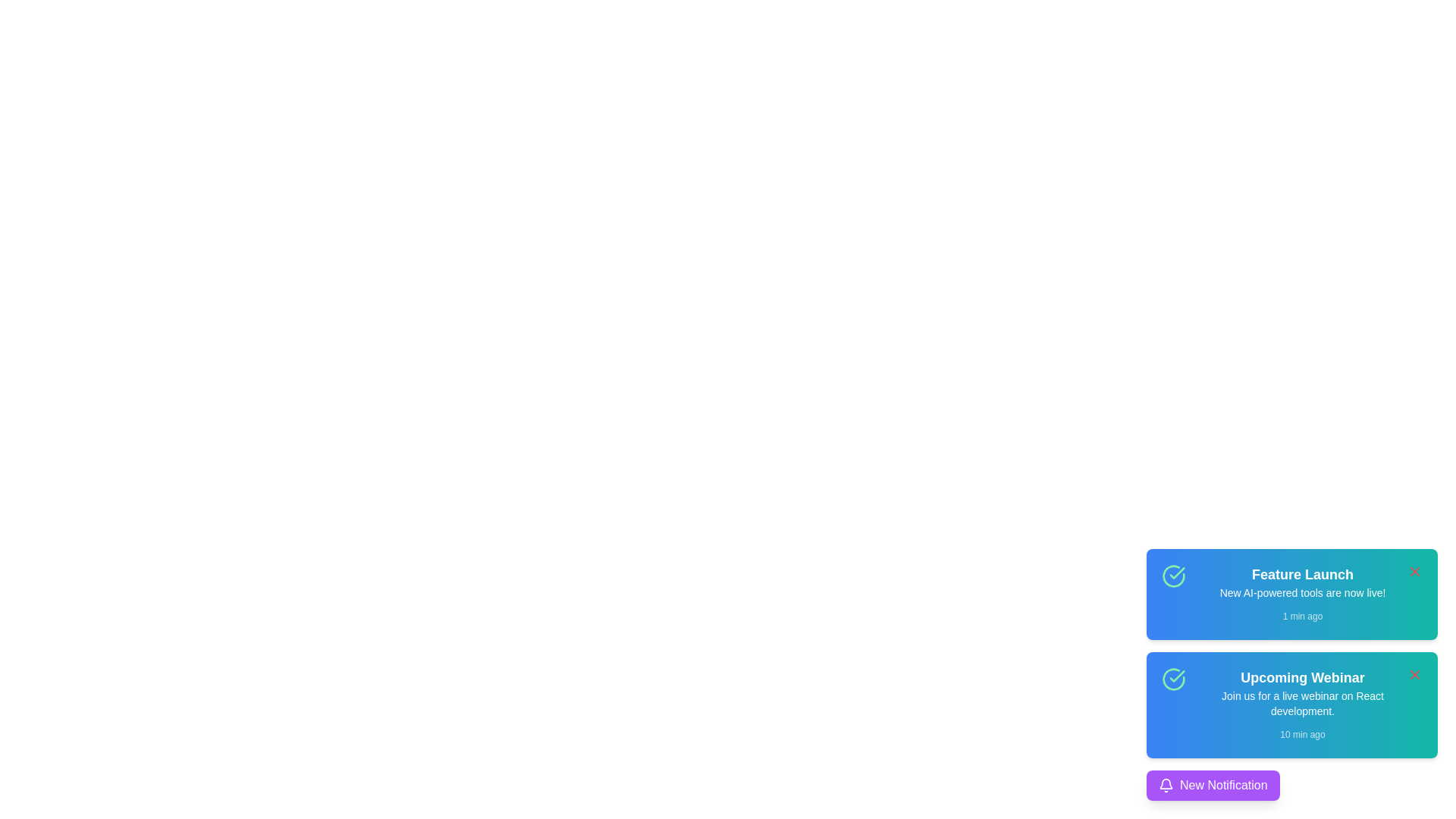 The width and height of the screenshot is (1456, 819). I want to click on dismiss button for the notification titled 'Upcoming Webinar', so click(1414, 674).